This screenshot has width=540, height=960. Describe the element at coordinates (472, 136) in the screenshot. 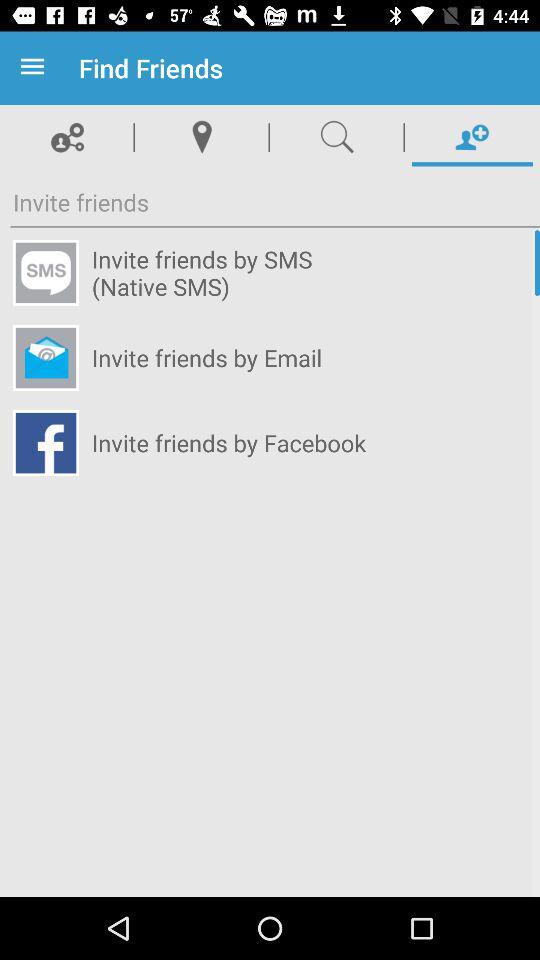

I see `clicki on the icon right next to search icon` at that location.